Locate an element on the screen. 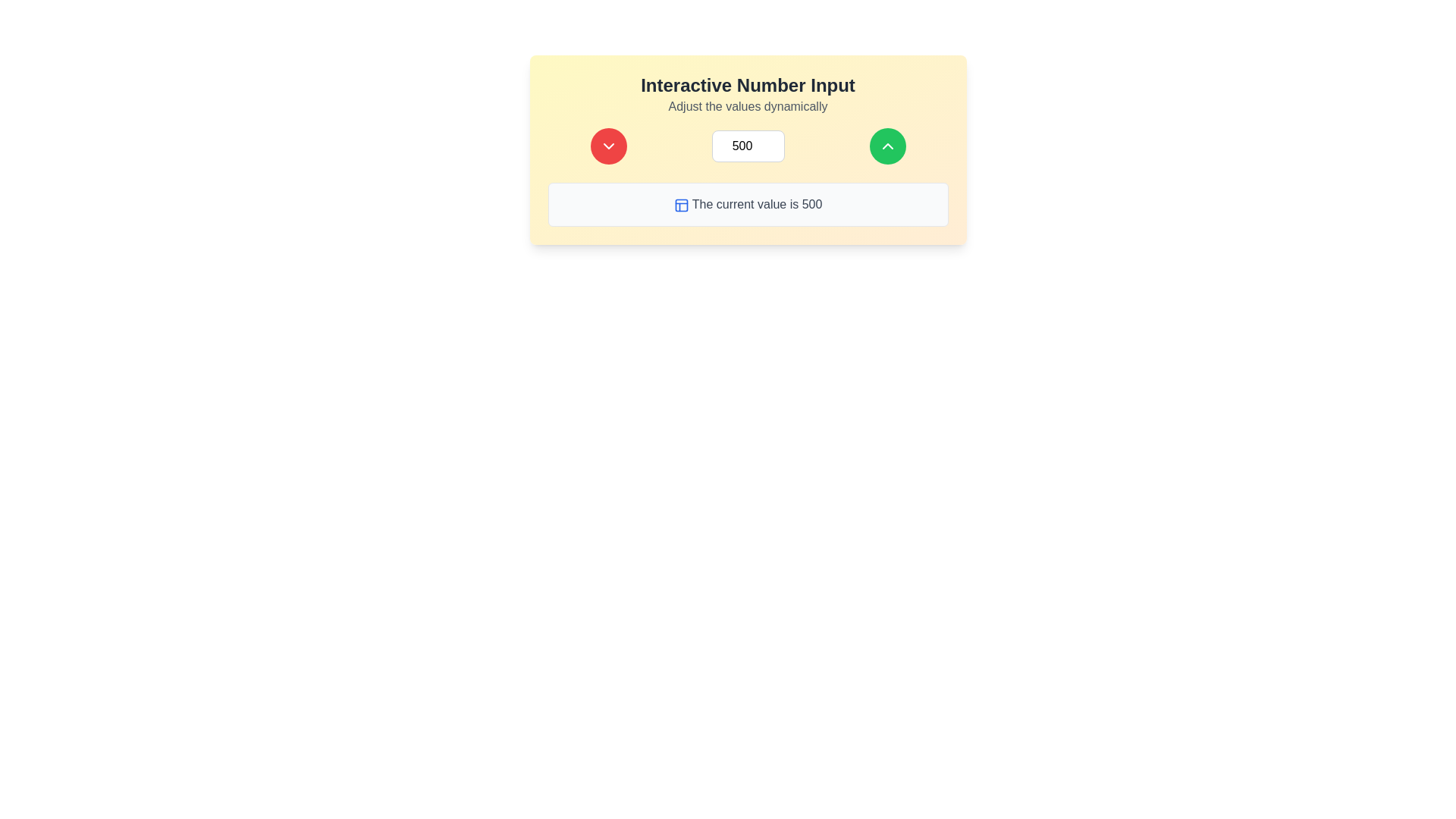  the numeric input field that allows users to adjust a value dynamically, which has a white background and a border, with the default value displayed as '500' is located at coordinates (748, 149).